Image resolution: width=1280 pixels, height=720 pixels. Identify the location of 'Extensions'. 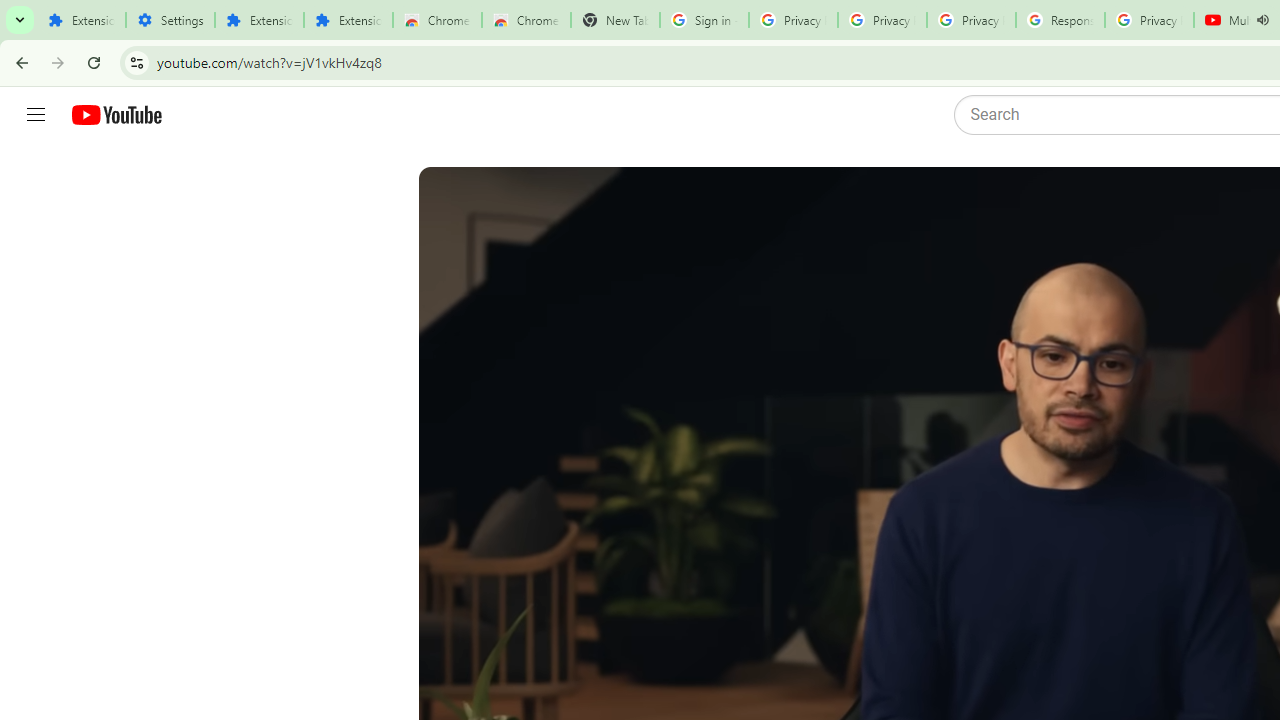
(348, 20).